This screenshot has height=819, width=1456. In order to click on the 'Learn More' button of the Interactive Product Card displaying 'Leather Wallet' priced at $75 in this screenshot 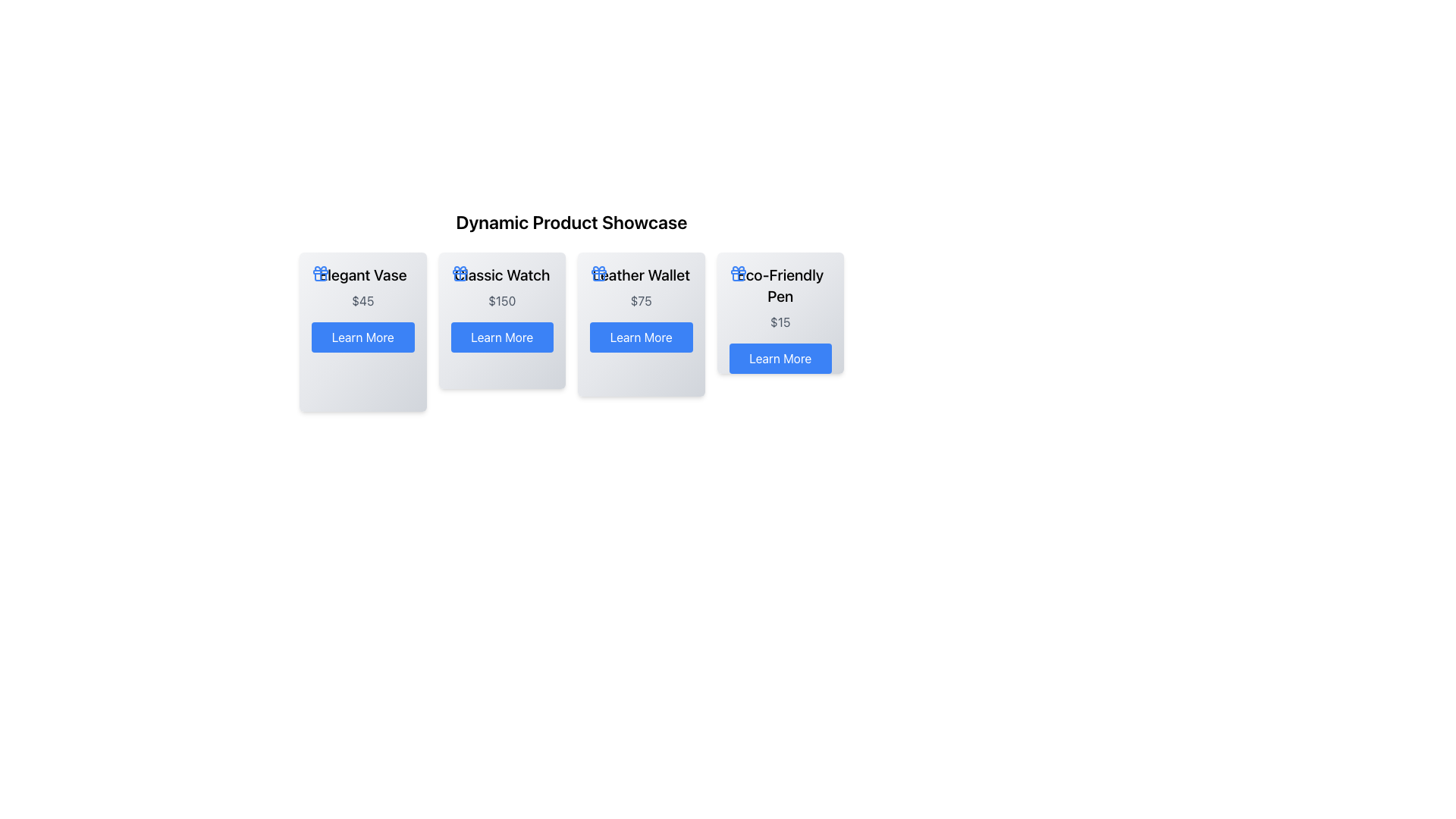, I will do `click(641, 324)`.